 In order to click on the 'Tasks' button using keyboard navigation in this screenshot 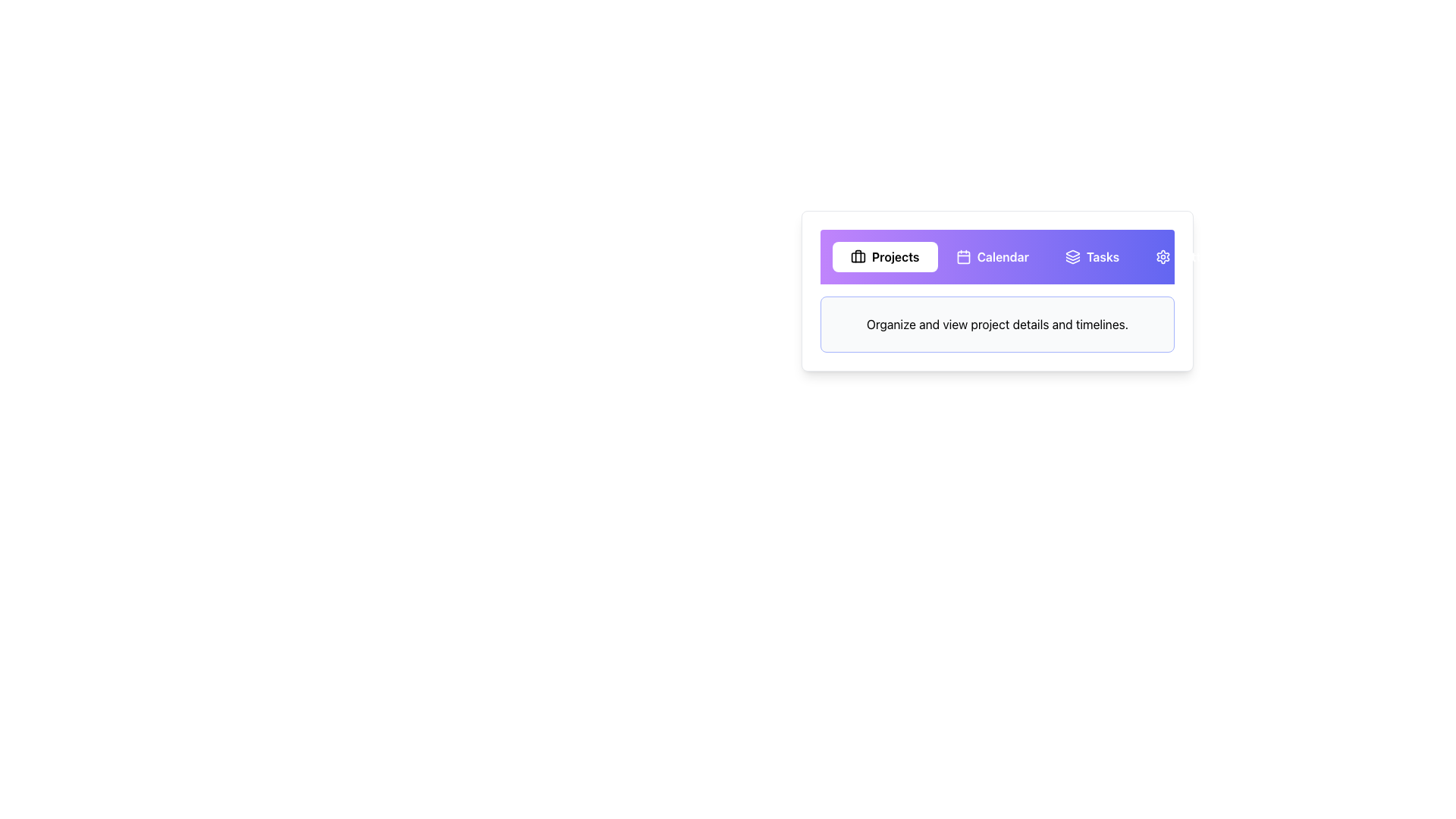, I will do `click(1092, 256)`.